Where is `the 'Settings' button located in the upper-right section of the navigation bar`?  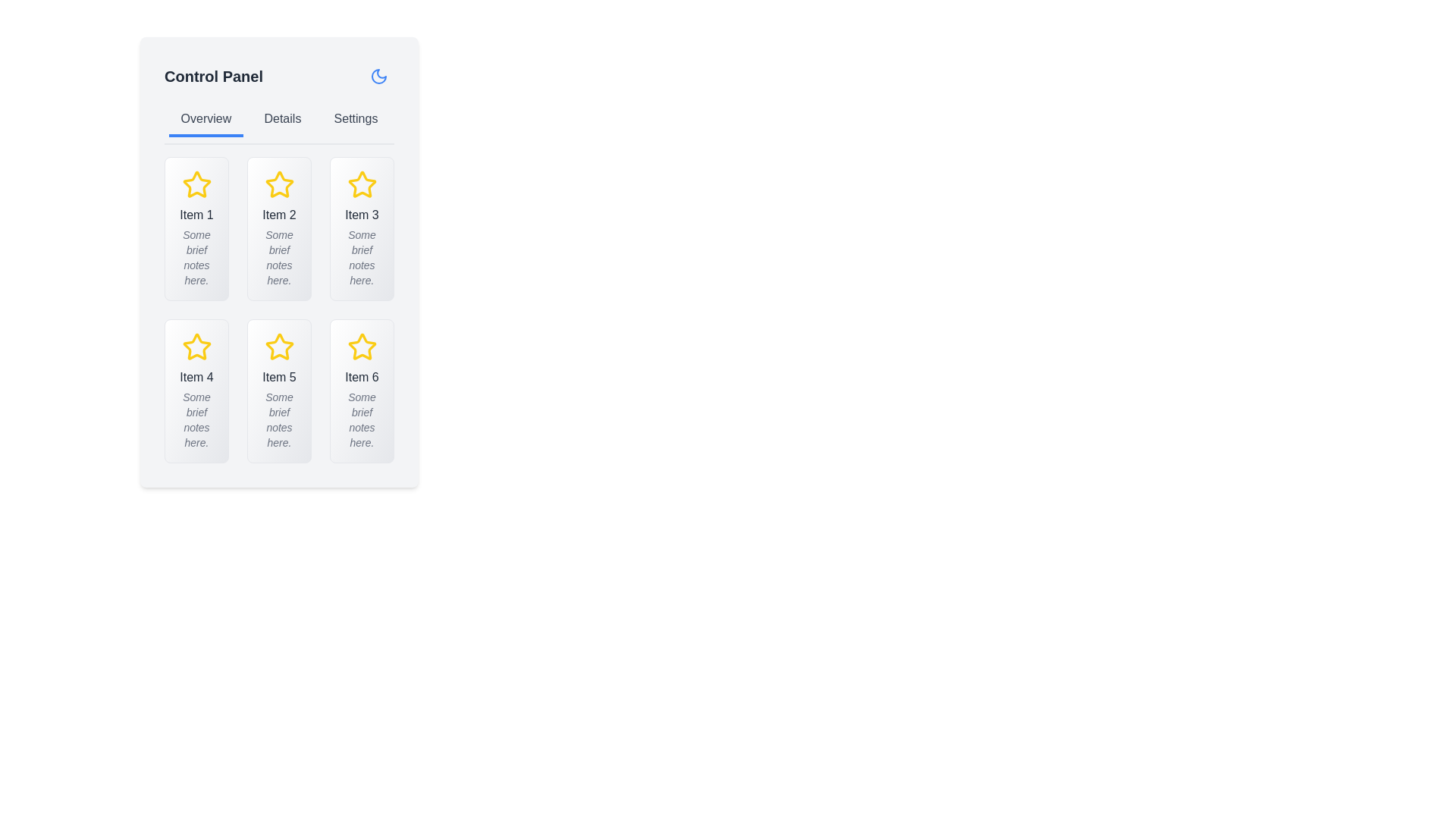 the 'Settings' button located in the upper-right section of the navigation bar is located at coordinates (355, 119).